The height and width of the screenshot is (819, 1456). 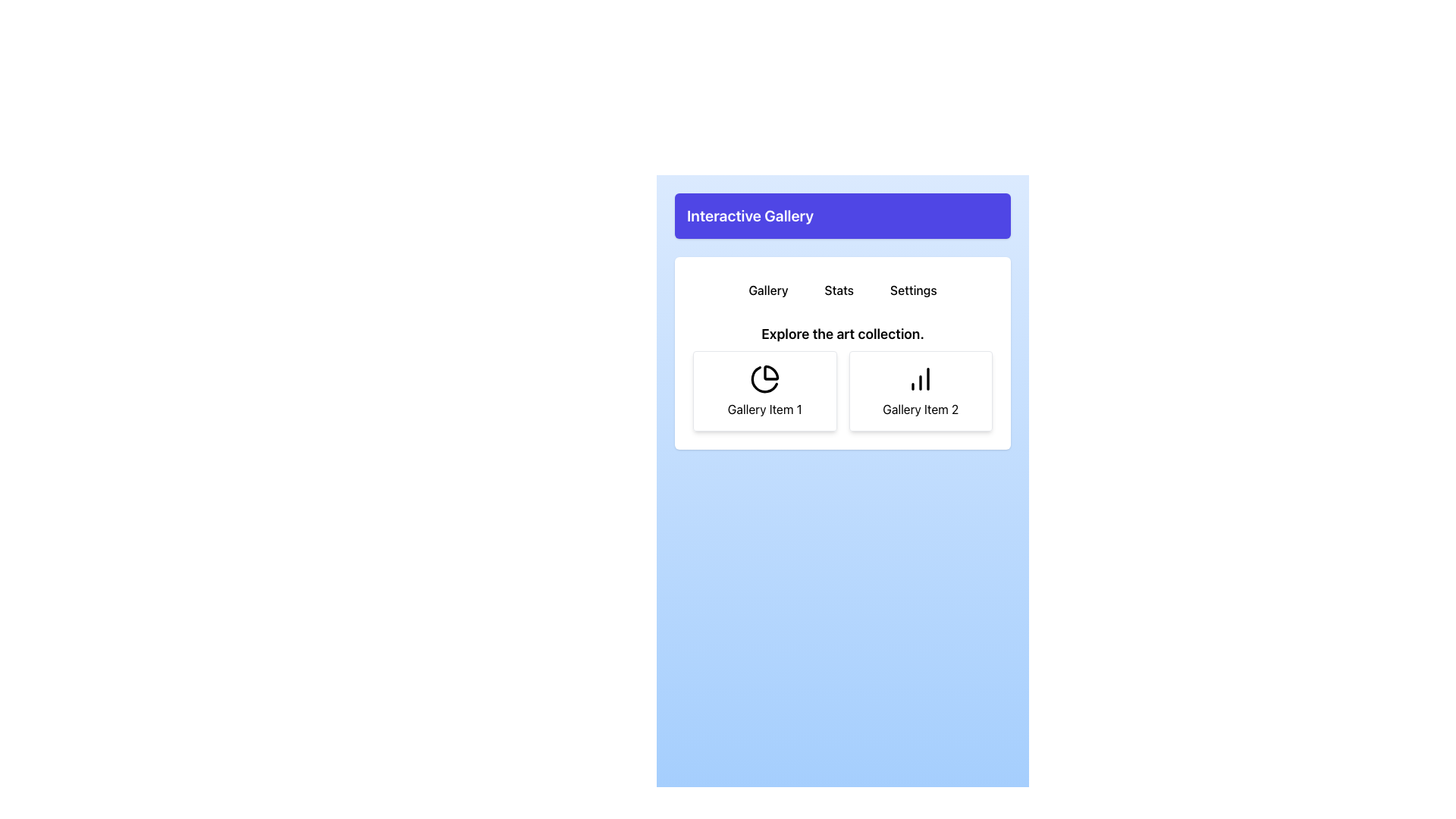 What do you see at coordinates (764, 378) in the screenshot?
I see `the pie chart icon with a black outline against a white background, located above the text 'Gallery Item 1' in the left card of the horizontally aligned pair of cards` at bounding box center [764, 378].